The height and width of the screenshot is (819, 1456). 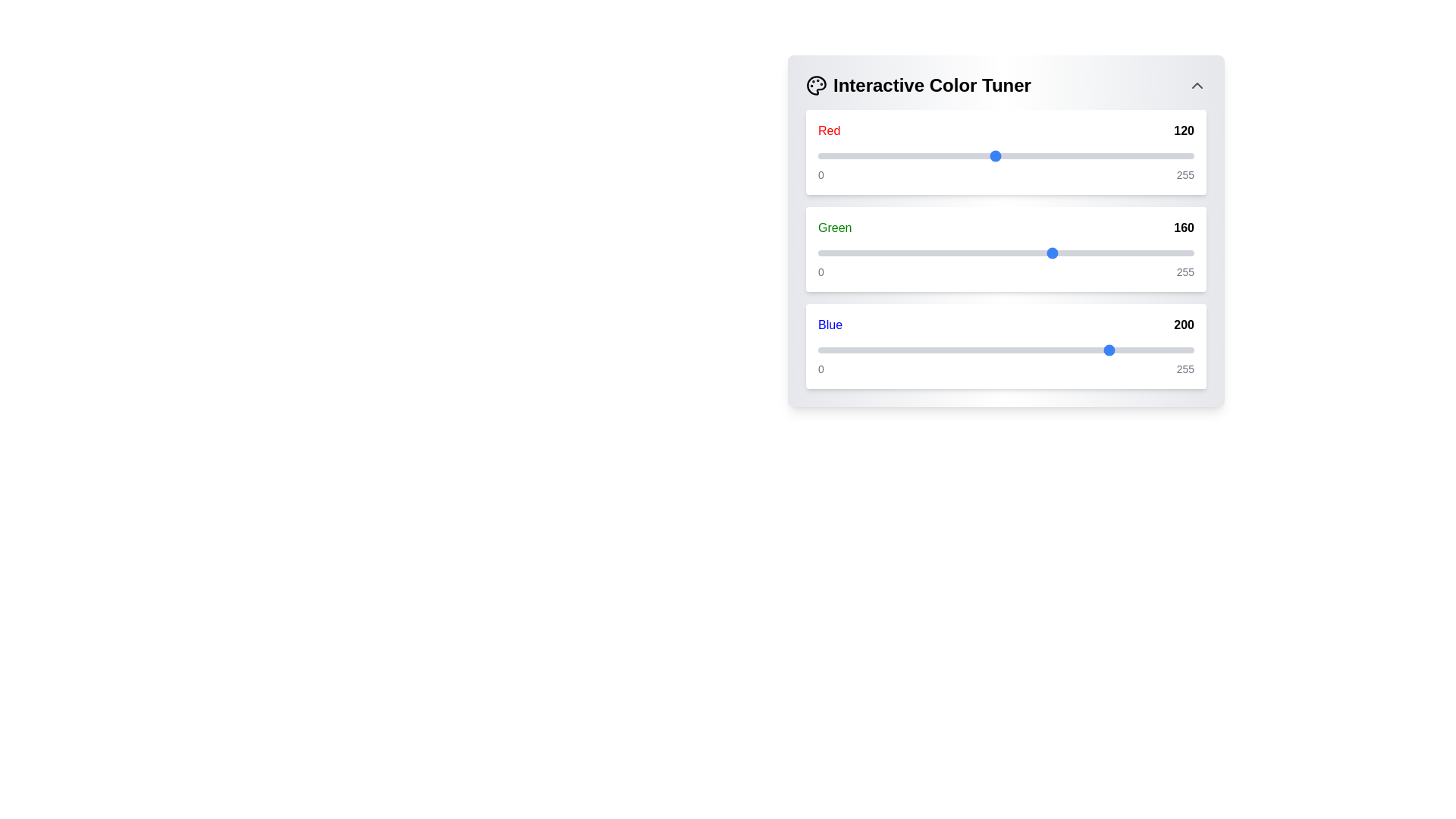 What do you see at coordinates (855, 350) in the screenshot?
I see `the Blue color value` at bounding box center [855, 350].